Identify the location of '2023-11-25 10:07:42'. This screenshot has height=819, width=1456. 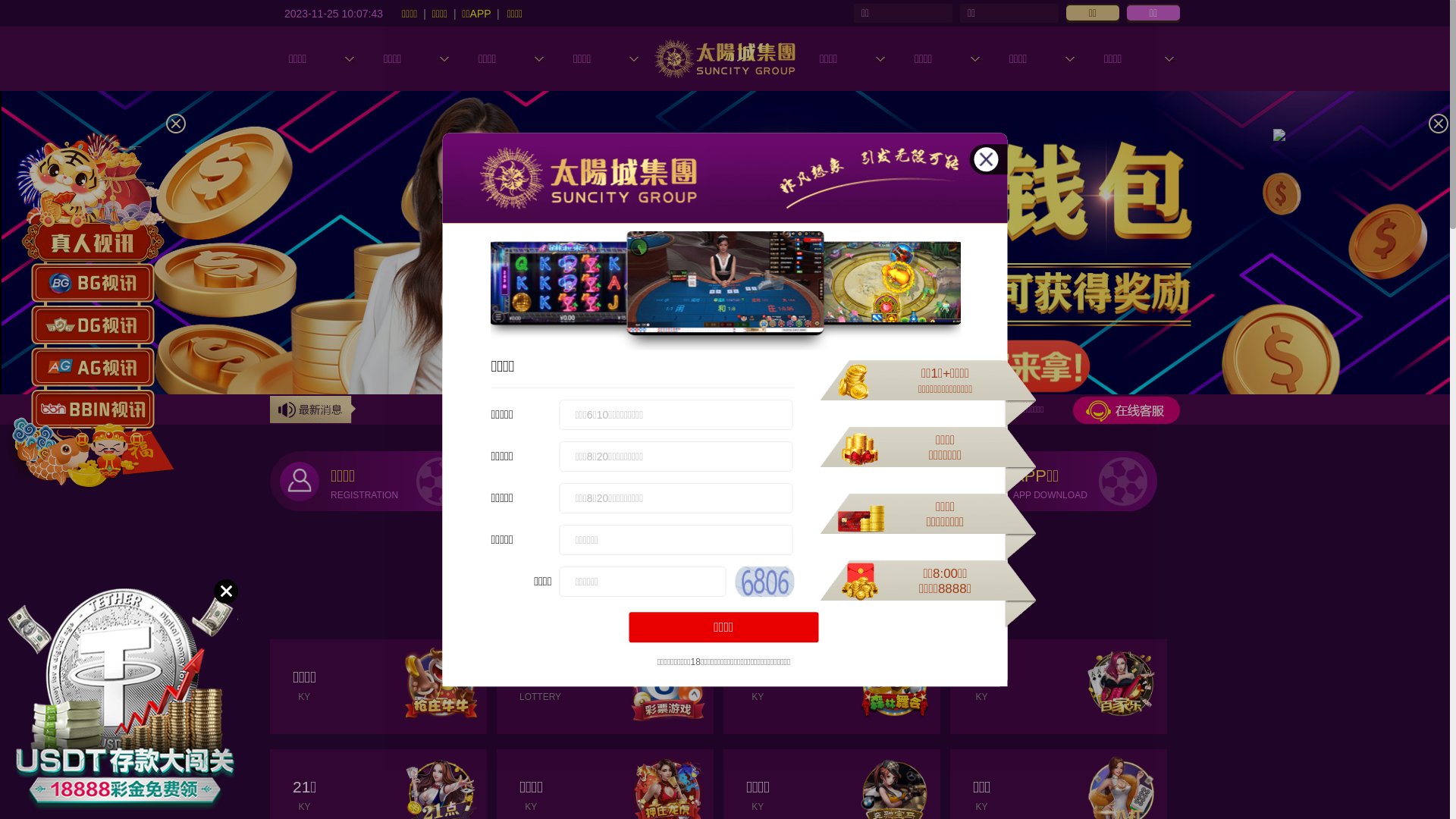
(333, 12).